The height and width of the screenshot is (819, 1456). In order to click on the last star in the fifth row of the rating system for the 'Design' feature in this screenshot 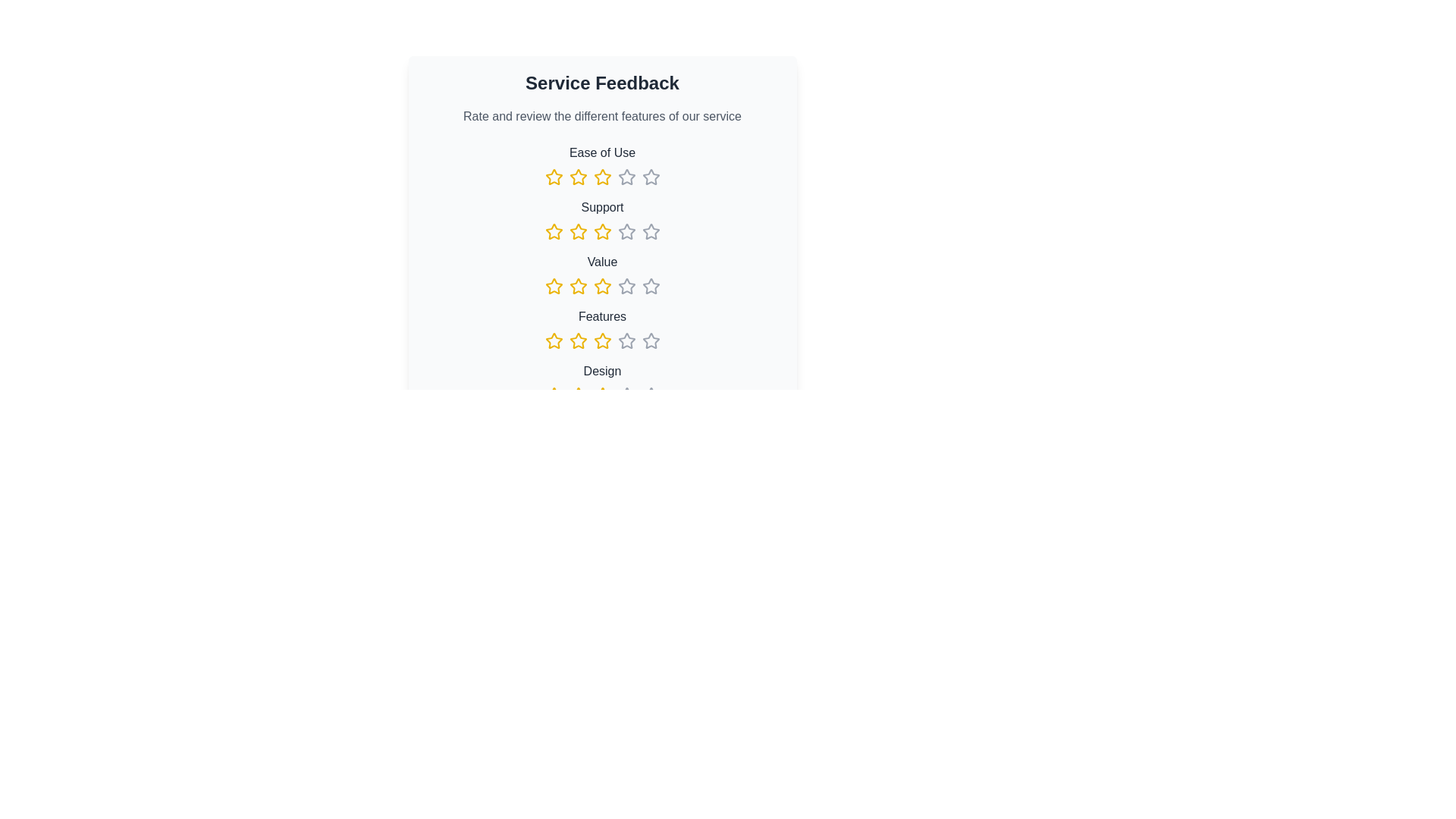, I will do `click(577, 394)`.